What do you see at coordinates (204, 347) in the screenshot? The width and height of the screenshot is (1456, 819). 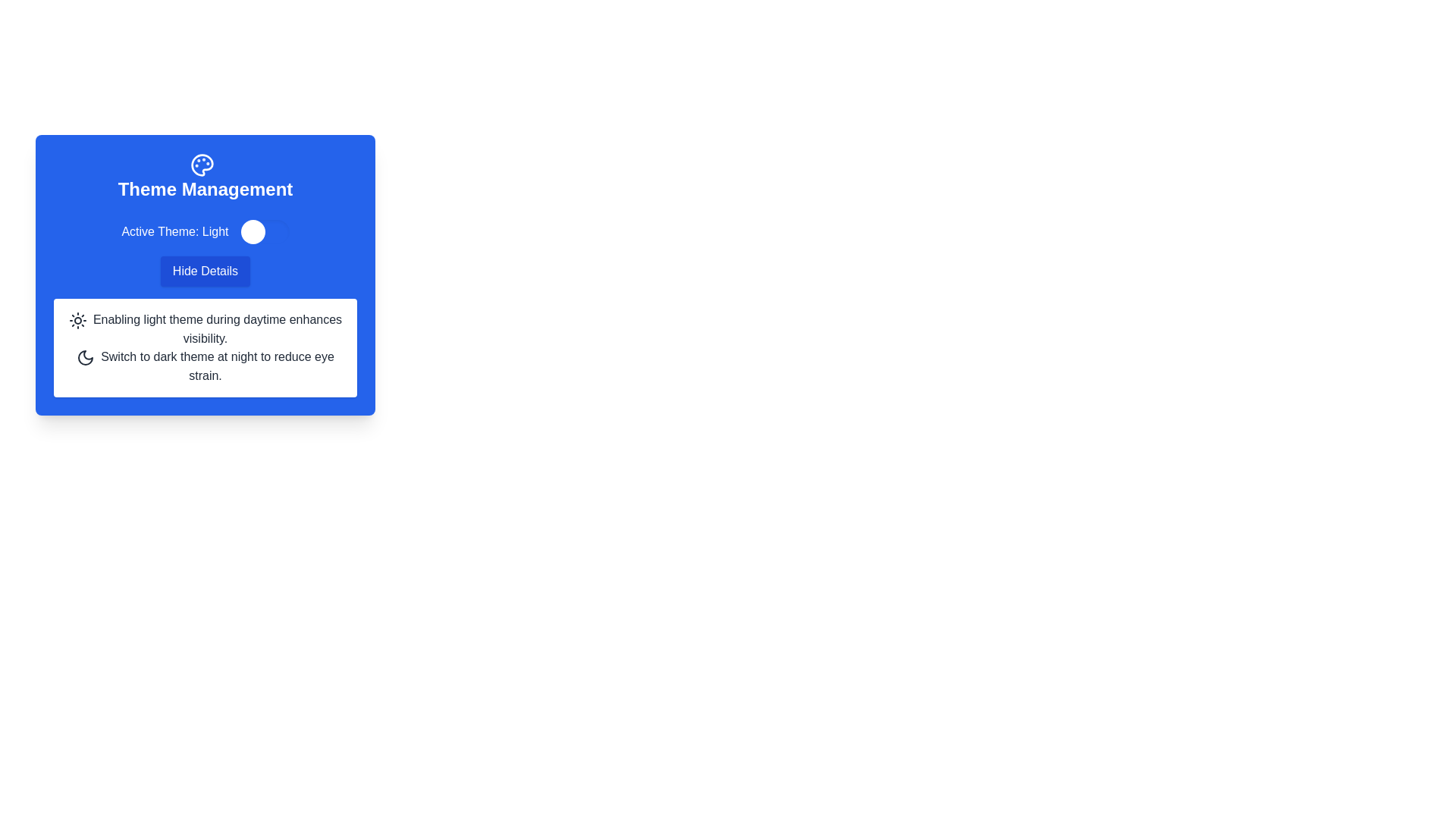 I see `text in the informational panel that provides guidance on the advantages of using light and dark themes in different lighting conditions` at bounding box center [204, 347].